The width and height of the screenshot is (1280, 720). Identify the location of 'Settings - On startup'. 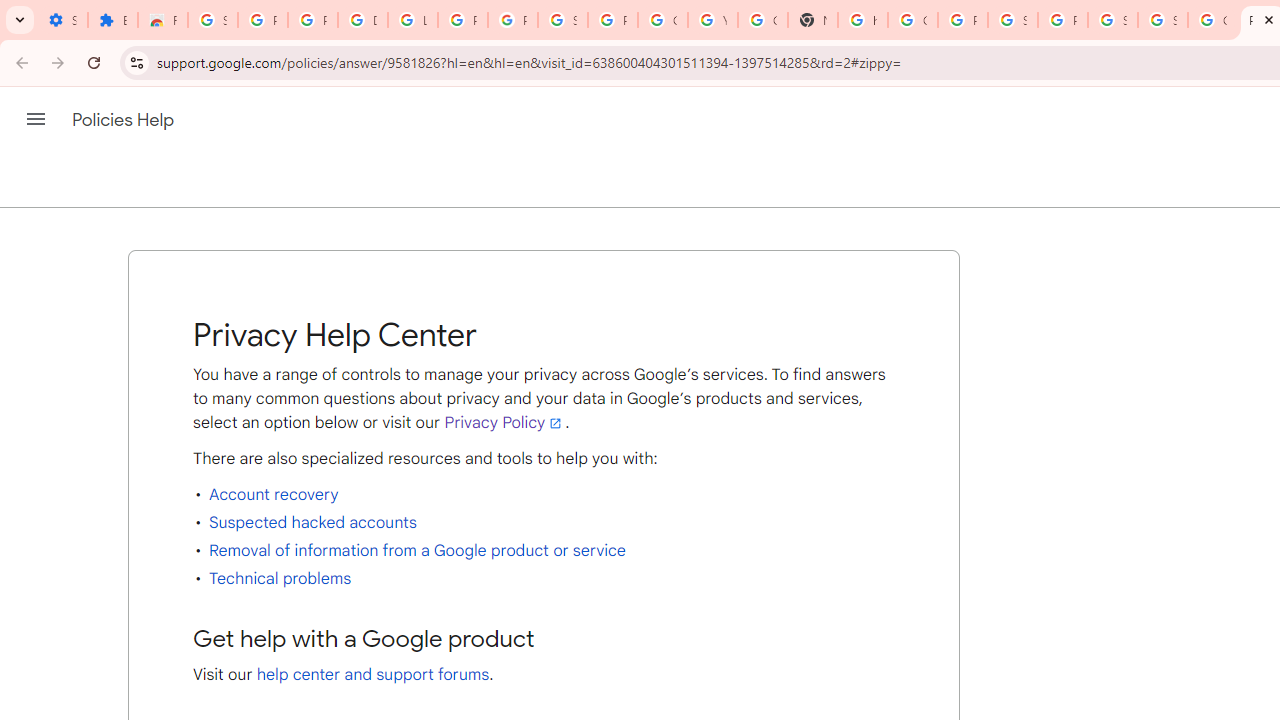
(62, 20).